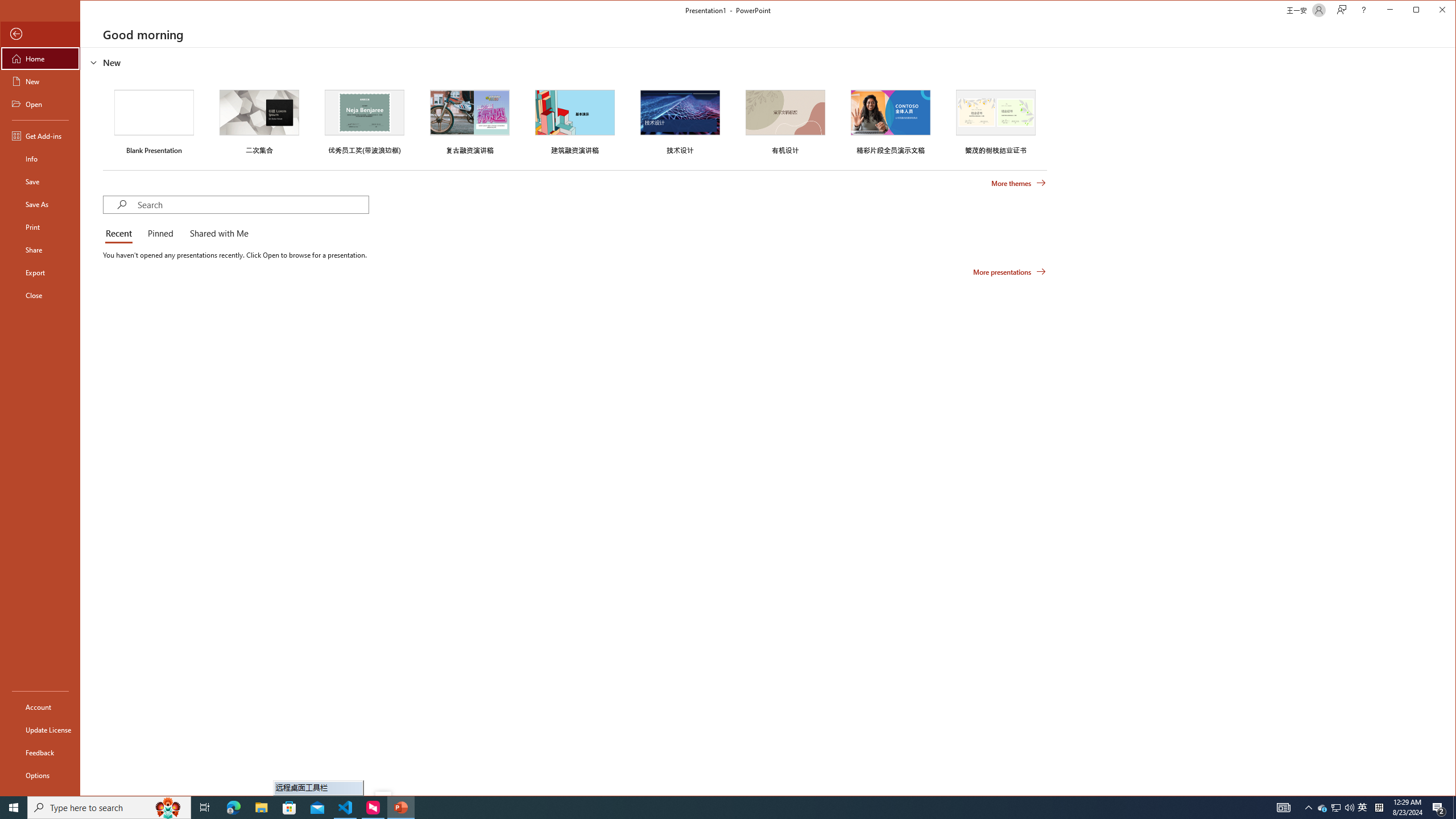 Image resolution: width=1456 pixels, height=819 pixels. Describe the element at coordinates (39, 203) in the screenshot. I see `'Save As'` at that location.